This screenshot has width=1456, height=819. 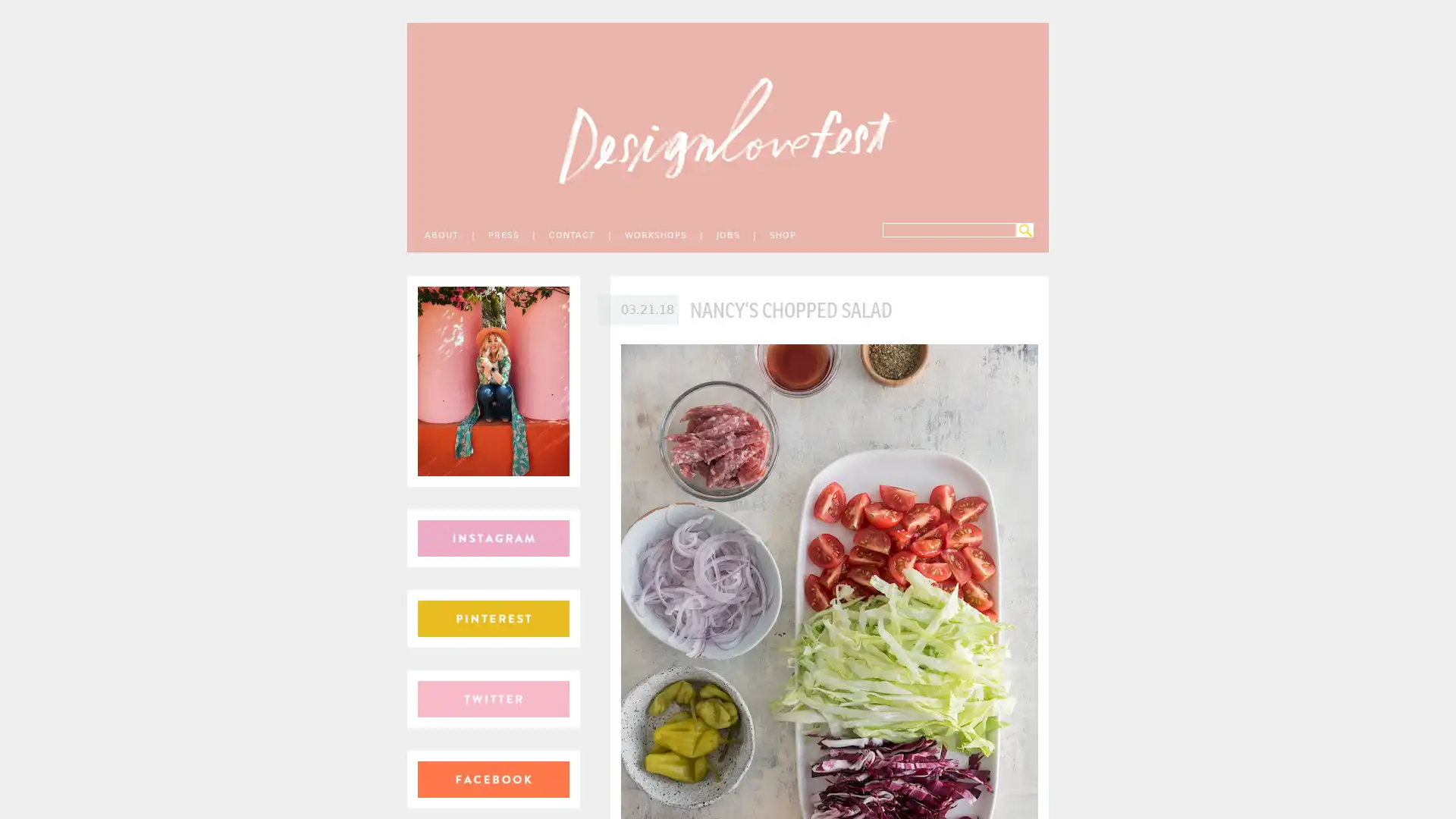 What do you see at coordinates (1025, 230) in the screenshot?
I see `Search` at bounding box center [1025, 230].